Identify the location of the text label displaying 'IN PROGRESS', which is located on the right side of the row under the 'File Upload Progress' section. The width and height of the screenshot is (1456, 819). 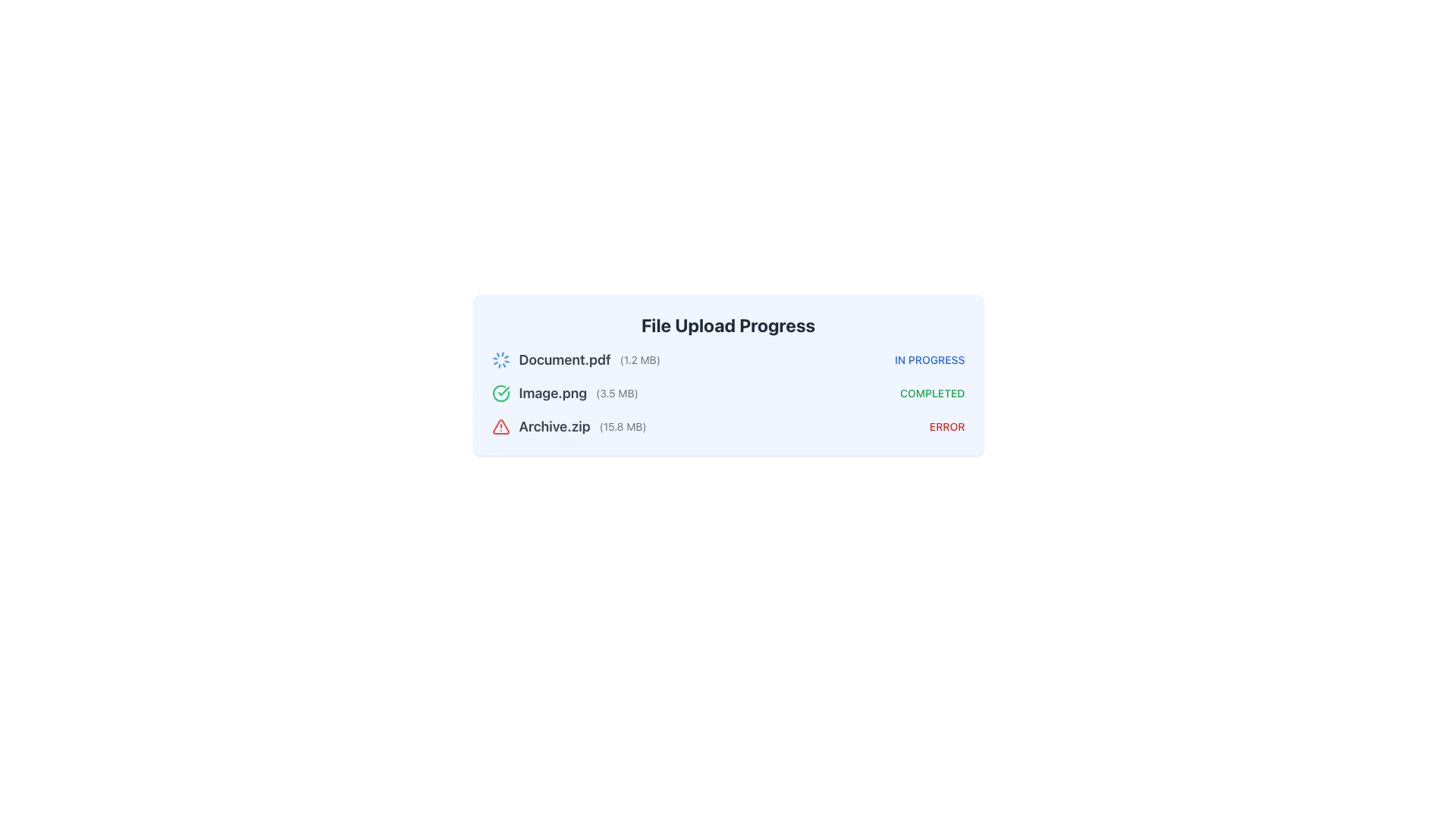
(929, 359).